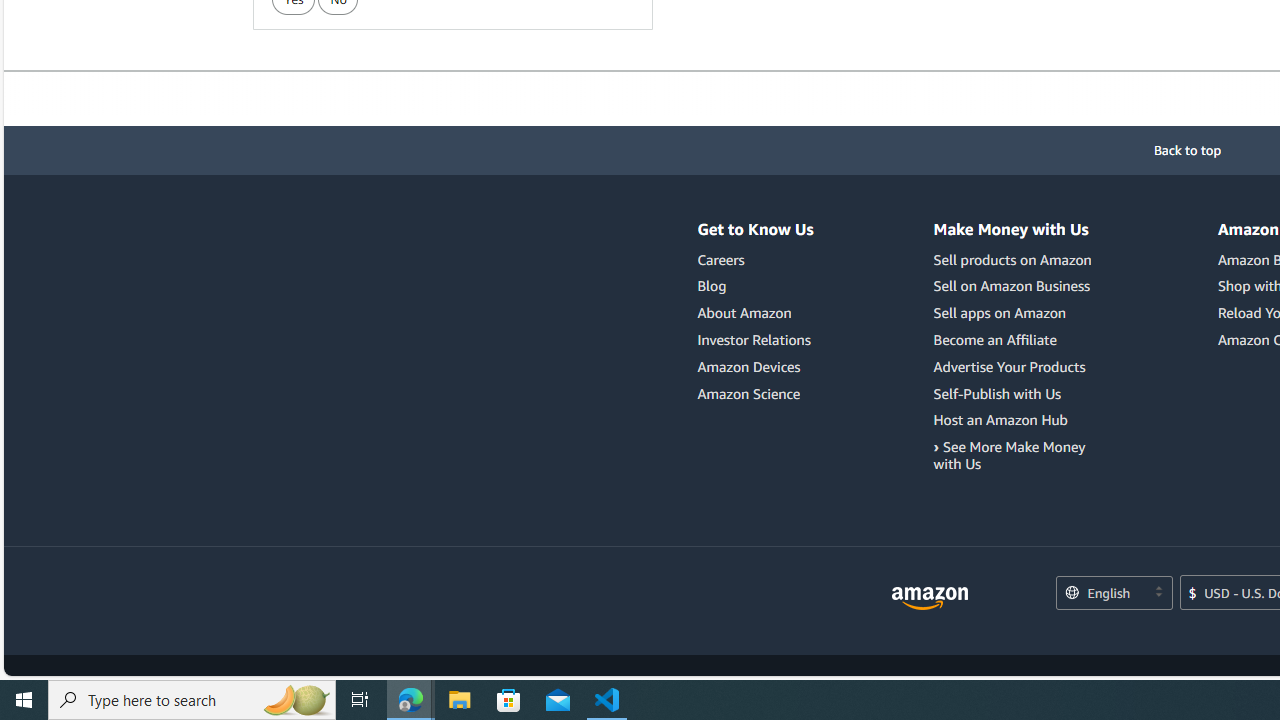 This screenshot has height=720, width=1280. Describe the element at coordinates (1015, 366) in the screenshot. I see `'Advertise Your Products'` at that location.